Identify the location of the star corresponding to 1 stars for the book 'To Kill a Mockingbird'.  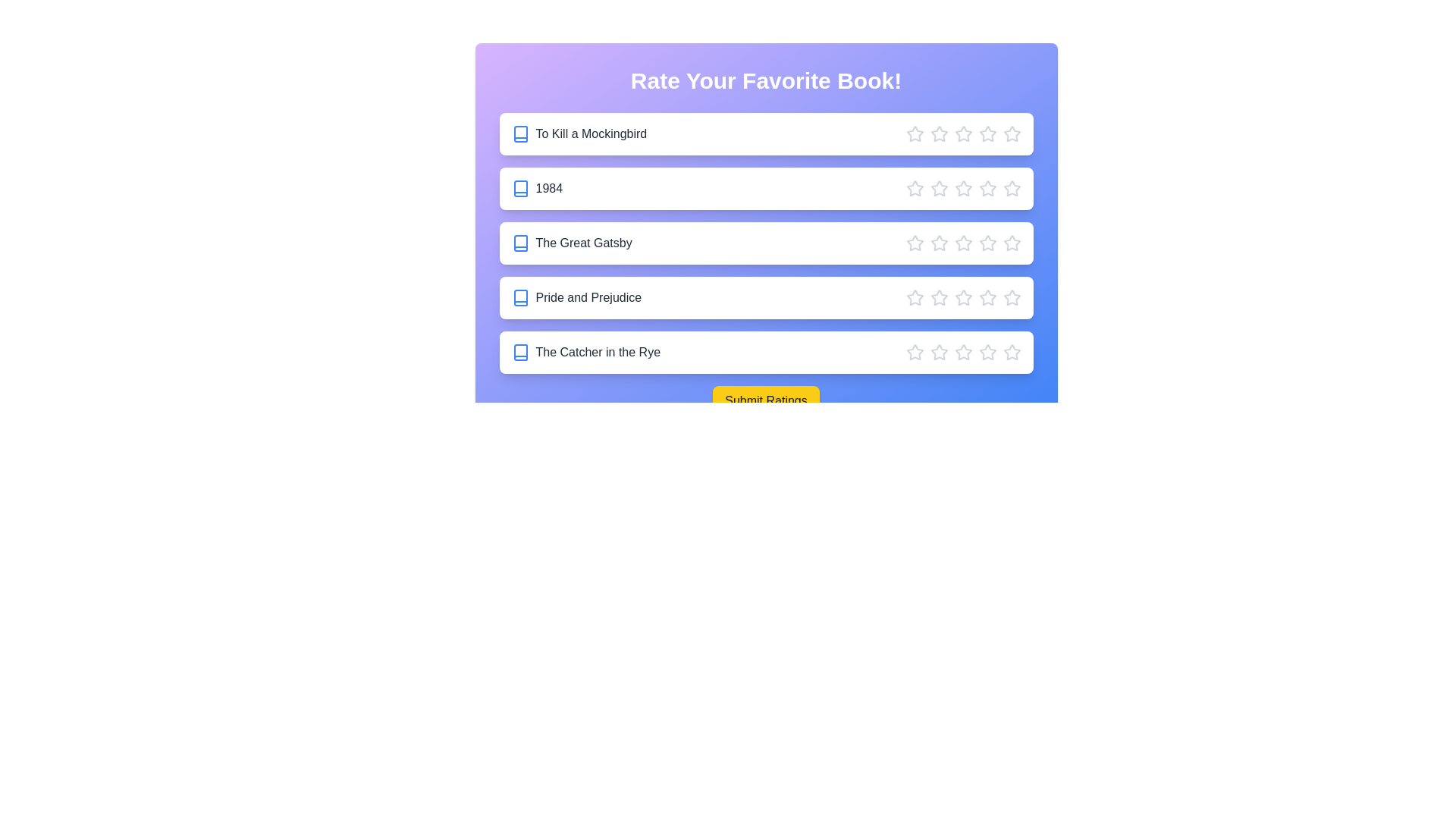
(914, 133).